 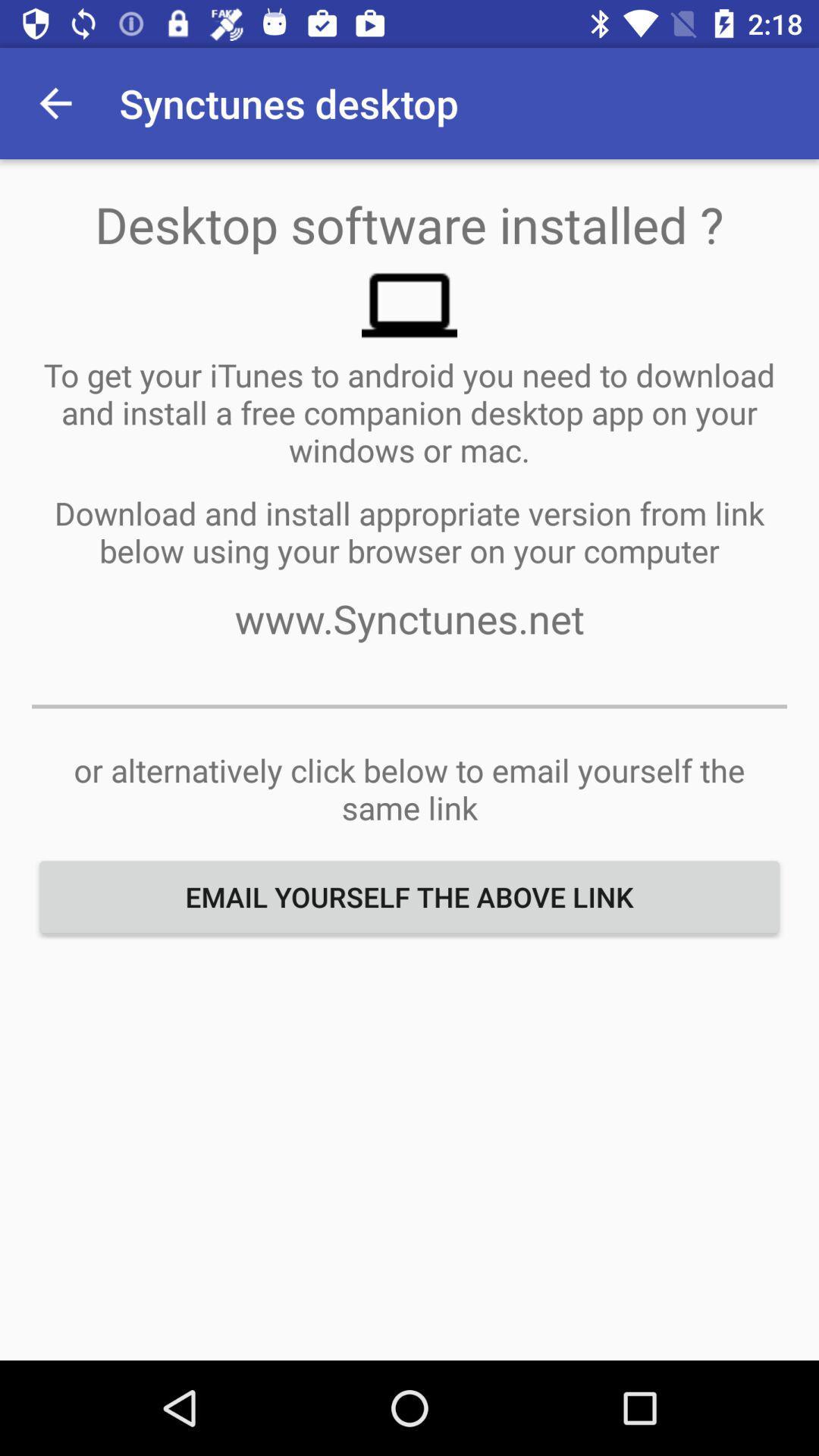 I want to click on icon next to the synctunes desktop app, so click(x=55, y=102).